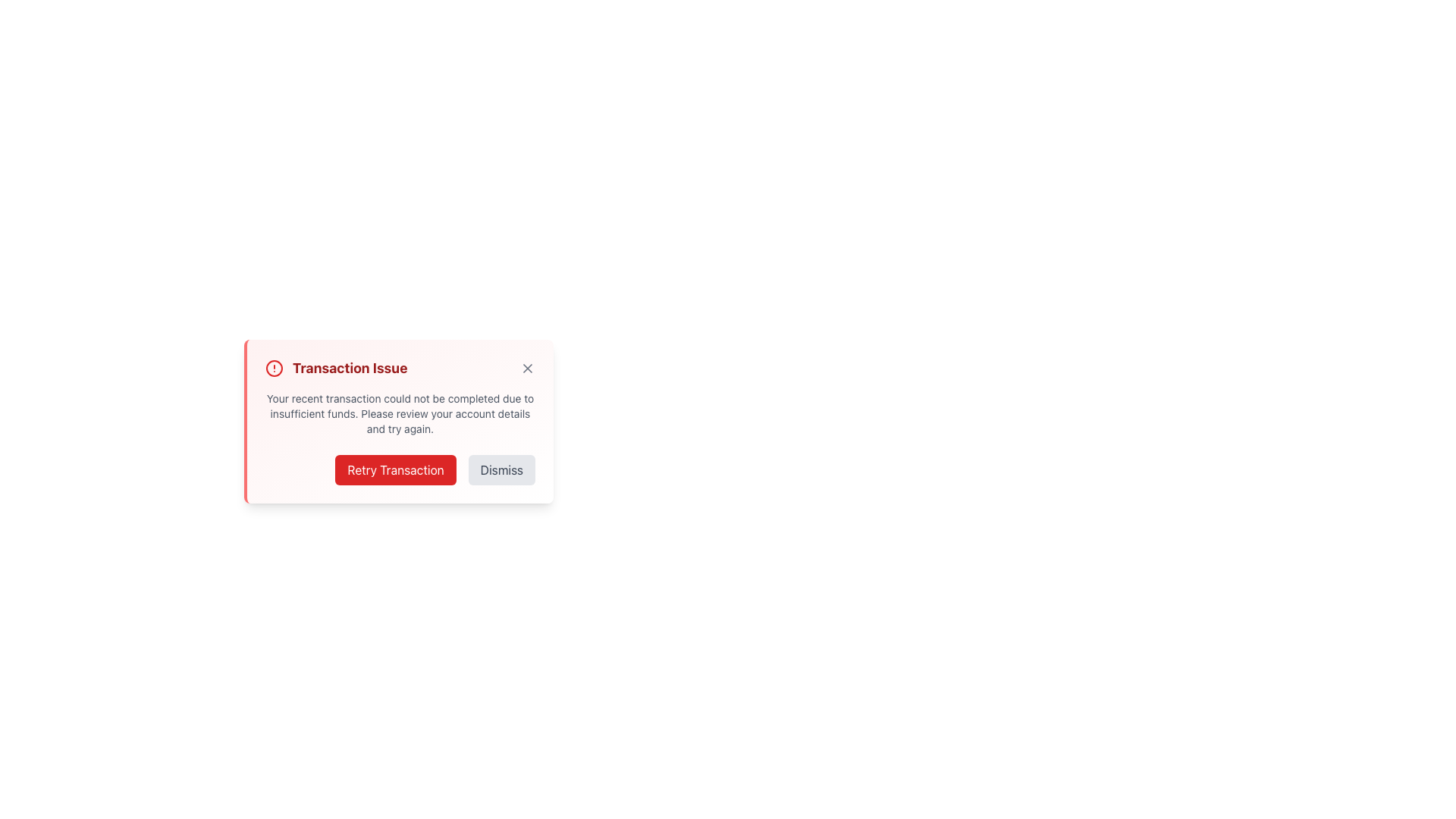 The width and height of the screenshot is (1456, 819). What do you see at coordinates (396, 469) in the screenshot?
I see `the 'Retry Transaction' button with a prominent red background and white text` at bounding box center [396, 469].